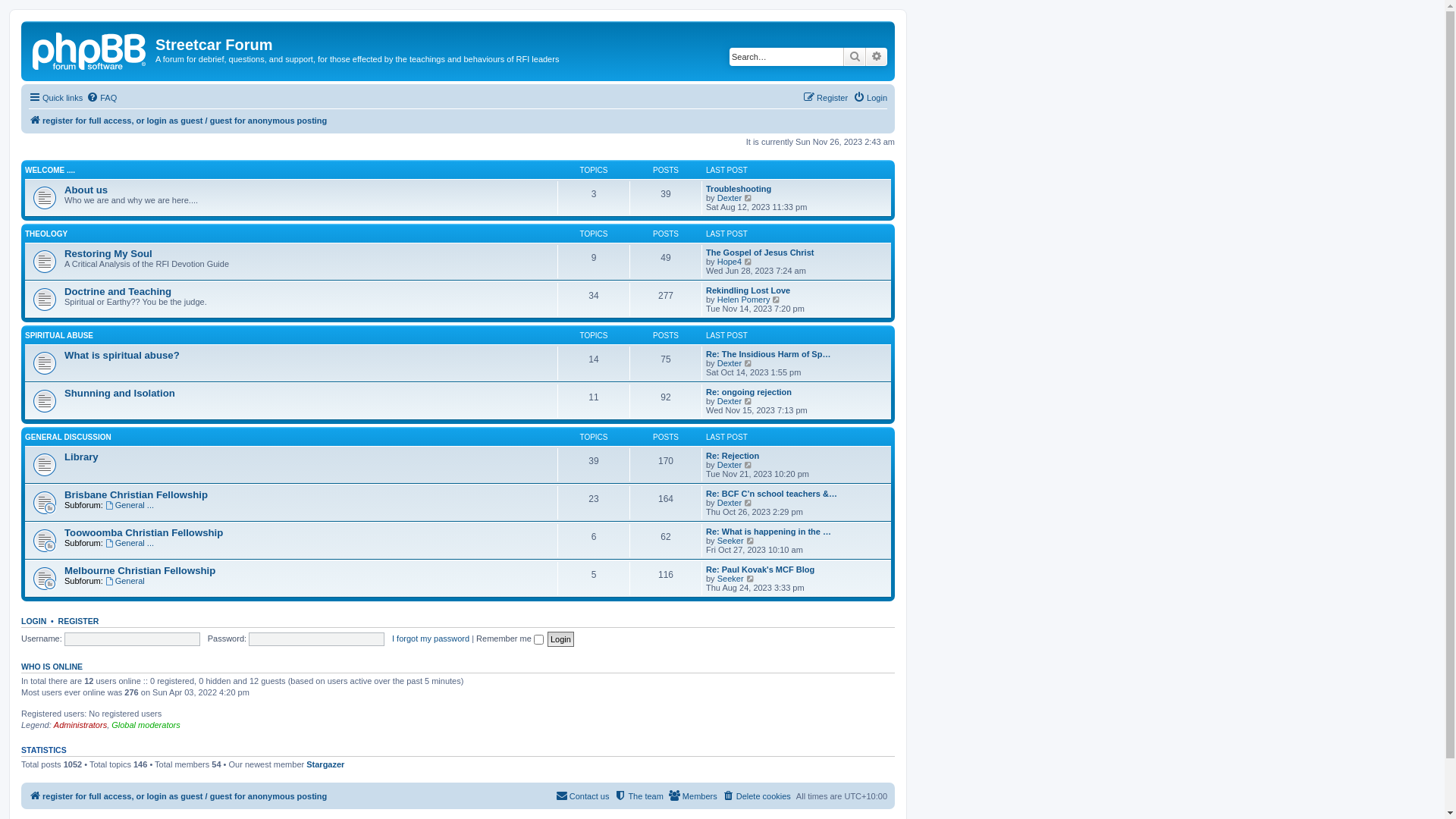 Image resolution: width=1456 pixels, height=819 pixels. Describe the element at coordinates (85, 189) in the screenshot. I see `'About us'` at that location.